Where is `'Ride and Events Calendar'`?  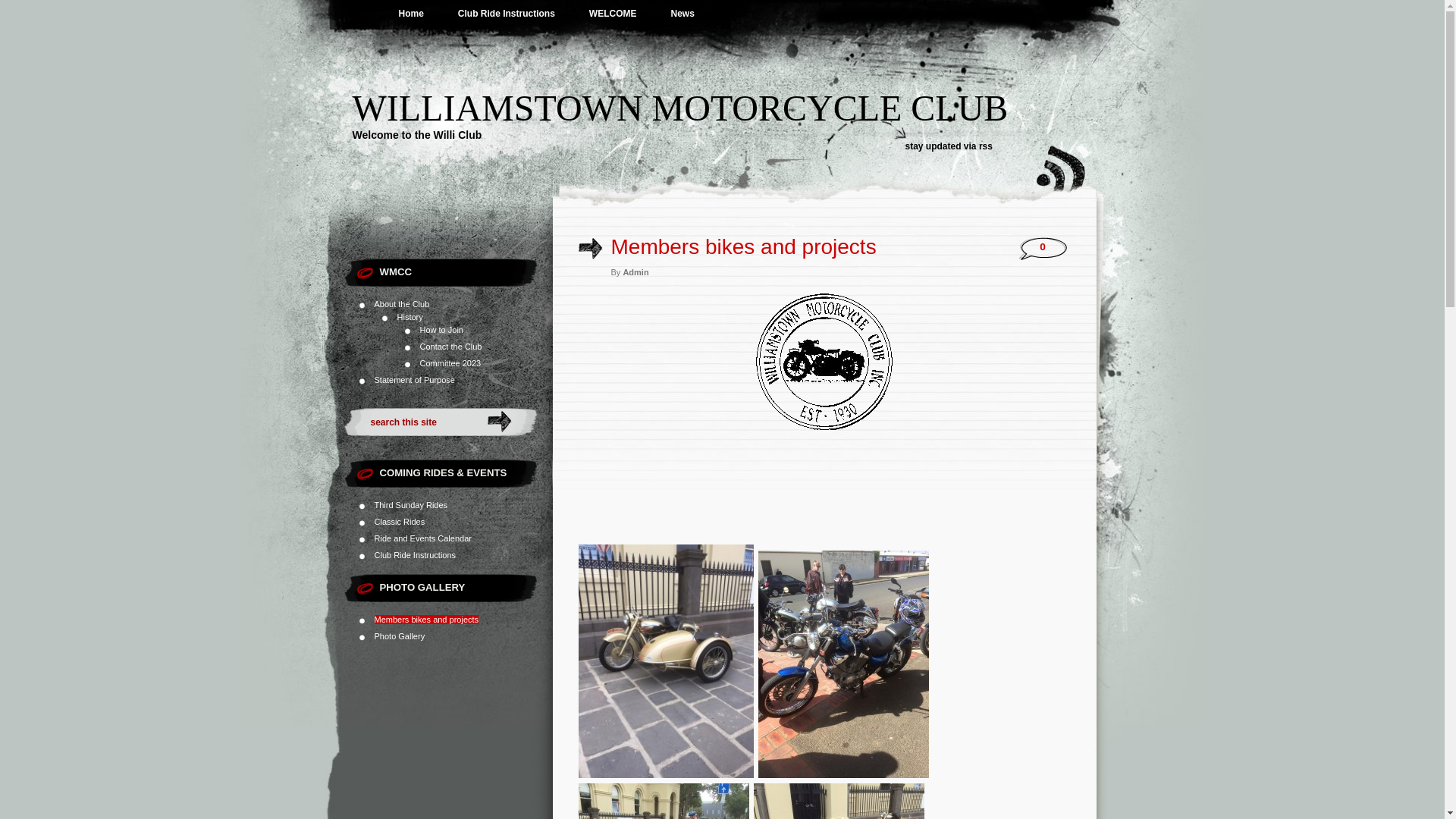 'Ride and Events Calendar' is located at coordinates (375, 537).